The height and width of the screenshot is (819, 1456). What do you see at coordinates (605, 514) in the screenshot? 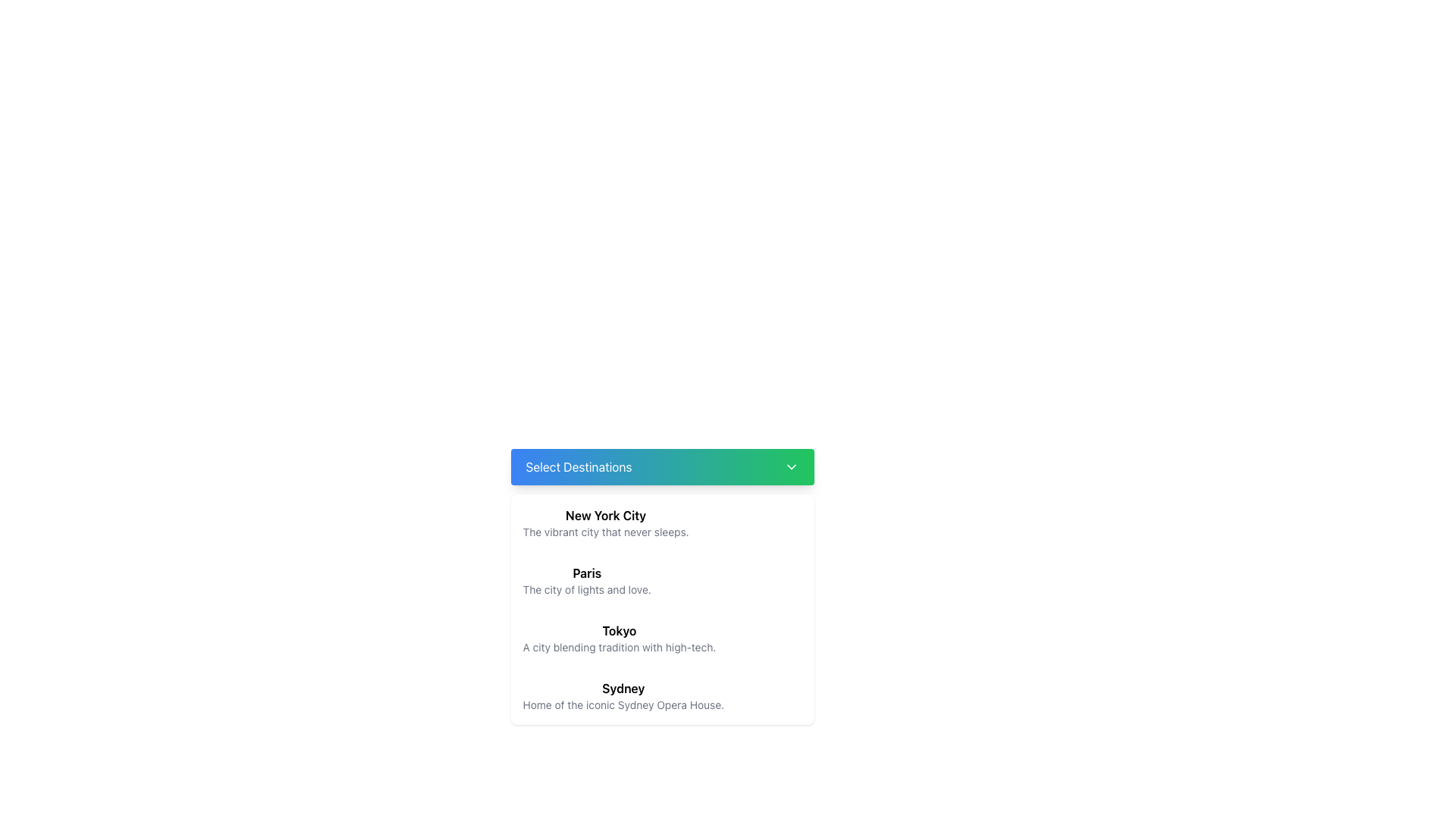
I see `bolded text label 'New York City' located under the 'Select Destinations' dropdown menu` at bounding box center [605, 514].